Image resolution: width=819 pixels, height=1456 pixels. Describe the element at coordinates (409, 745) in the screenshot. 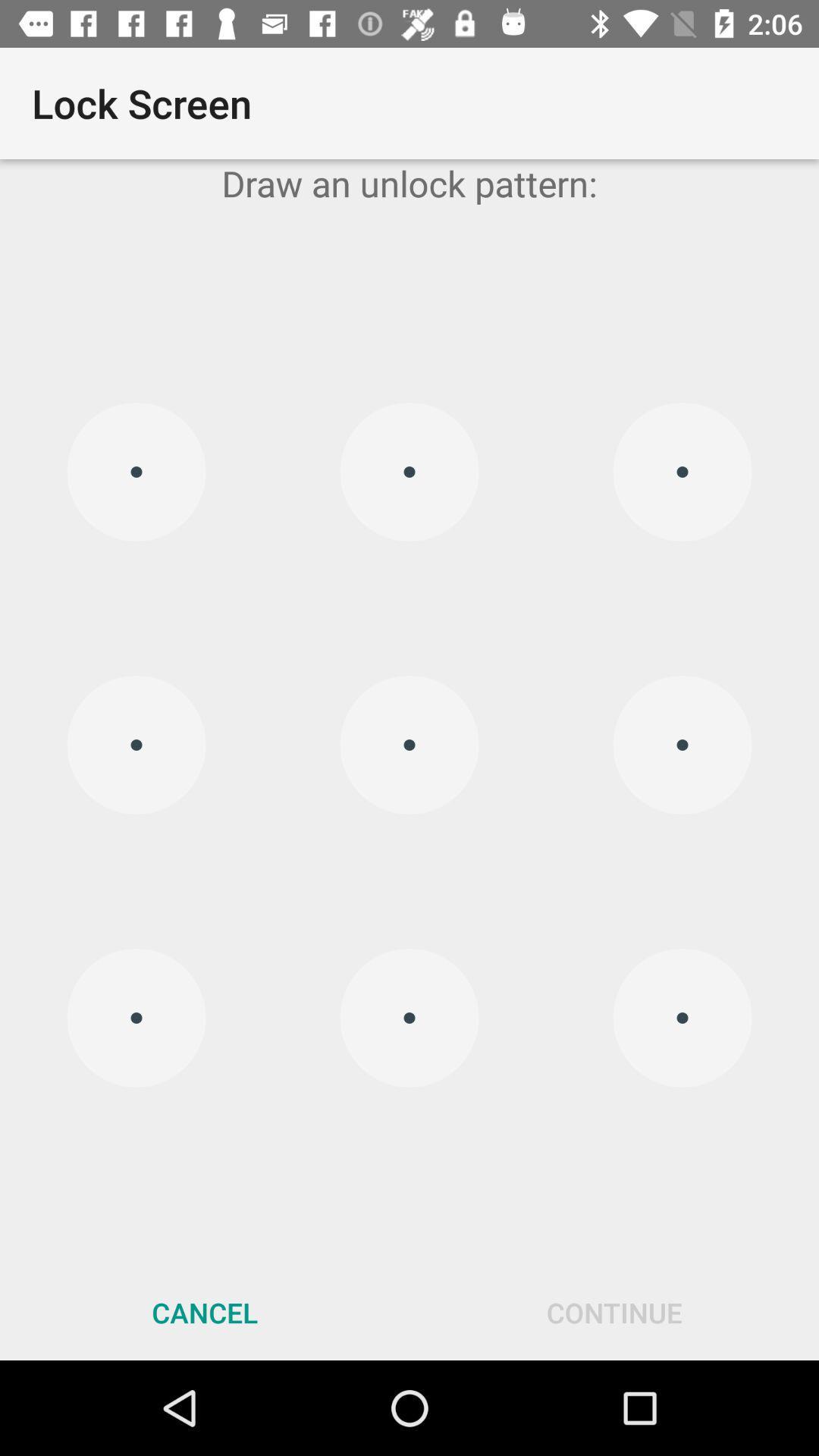

I see `the item below the draw an unlock app` at that location.